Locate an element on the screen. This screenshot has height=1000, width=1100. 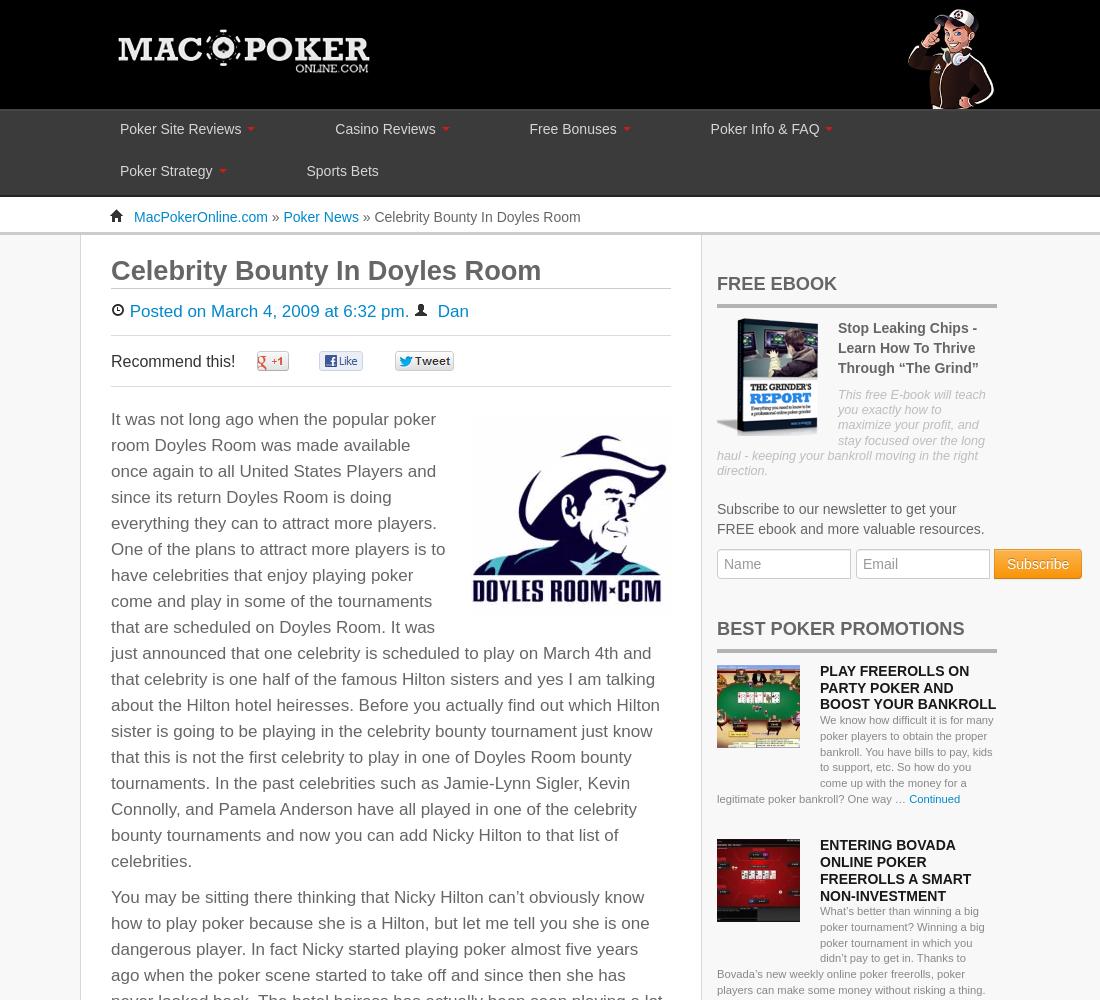
'Recommend this!' is located at coordinates (172, 359).